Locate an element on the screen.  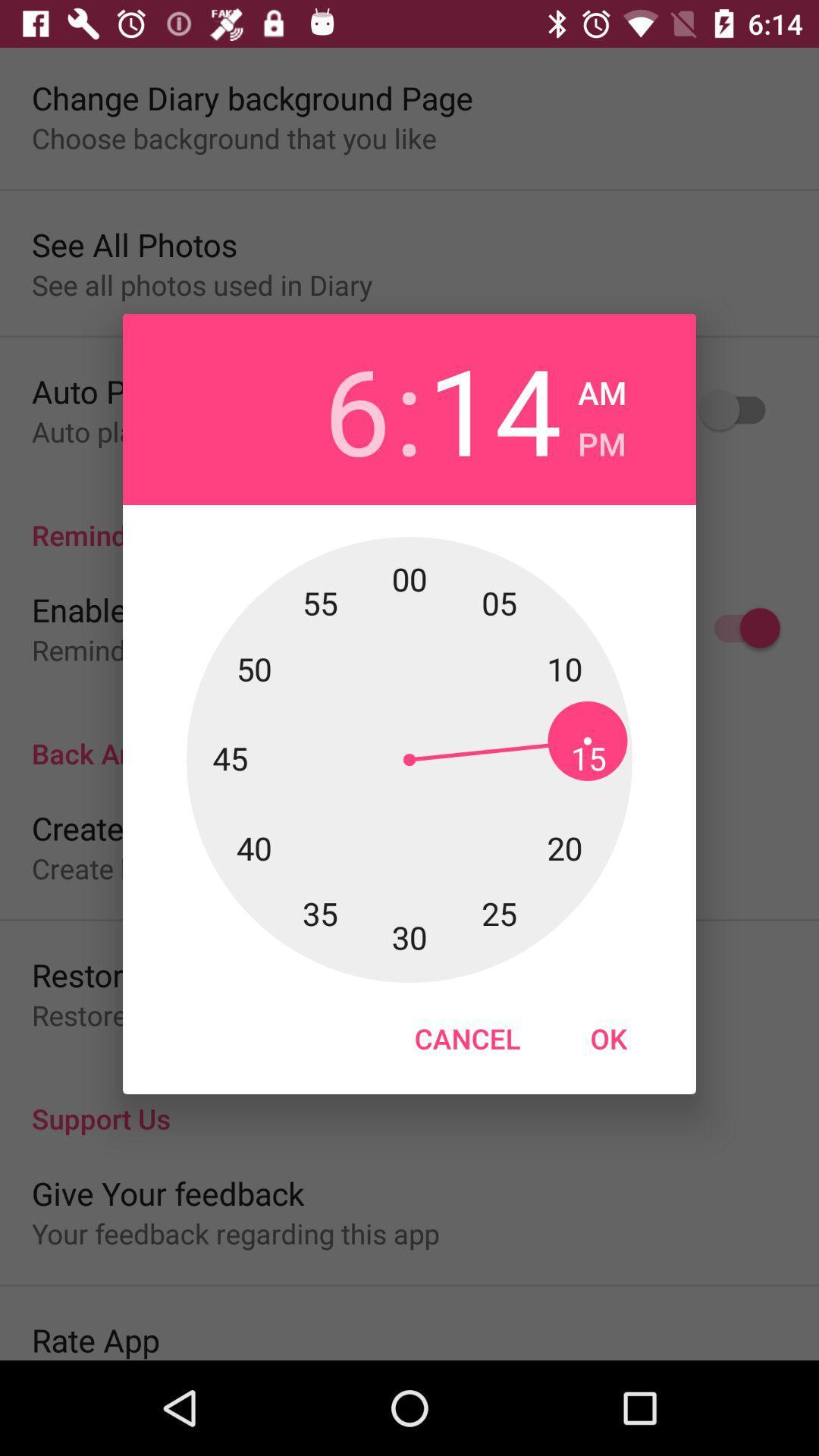
icon next to the 14 icon is located at coordinates (601, 388).